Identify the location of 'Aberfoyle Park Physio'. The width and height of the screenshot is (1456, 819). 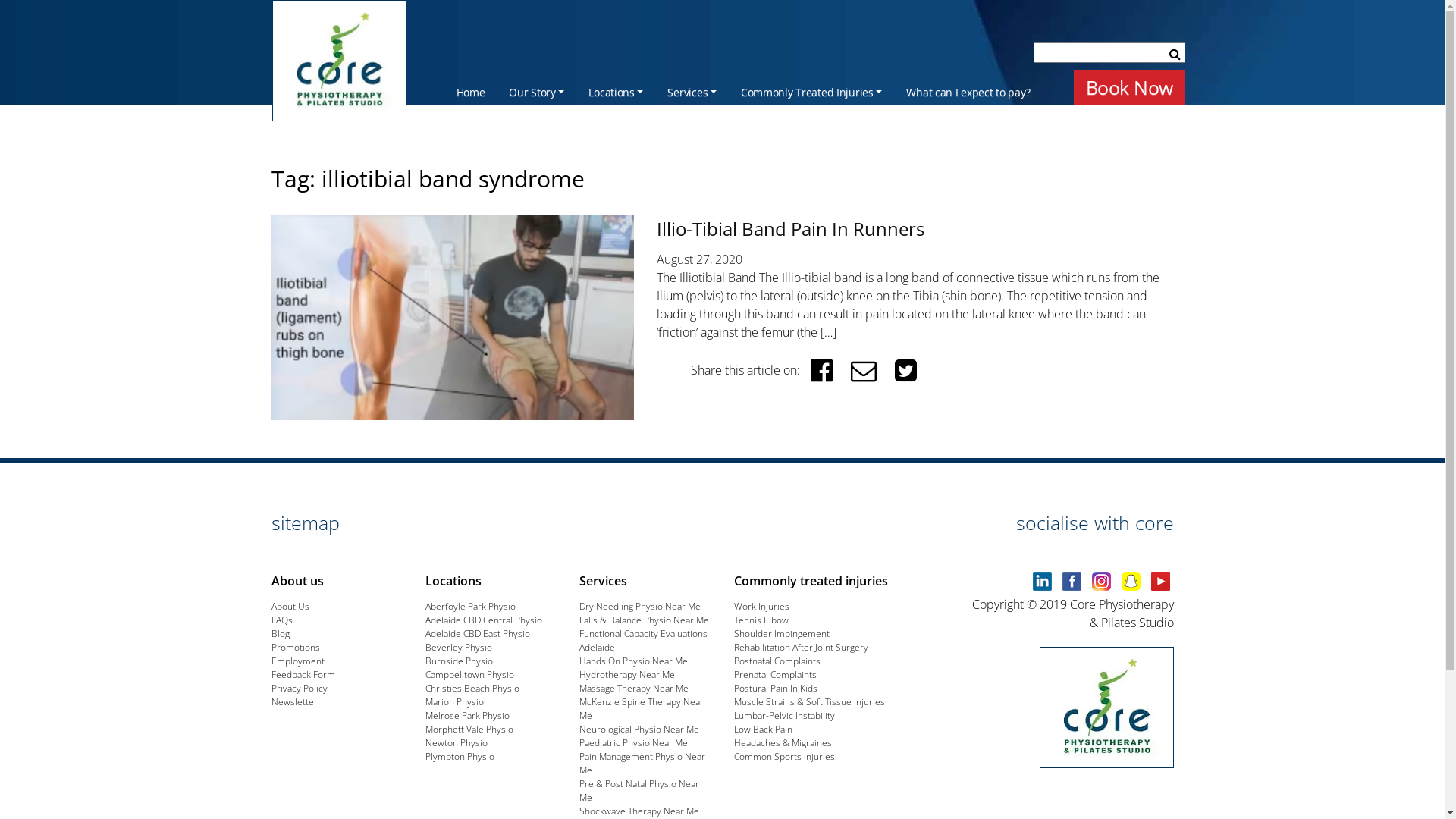
(469, 605).